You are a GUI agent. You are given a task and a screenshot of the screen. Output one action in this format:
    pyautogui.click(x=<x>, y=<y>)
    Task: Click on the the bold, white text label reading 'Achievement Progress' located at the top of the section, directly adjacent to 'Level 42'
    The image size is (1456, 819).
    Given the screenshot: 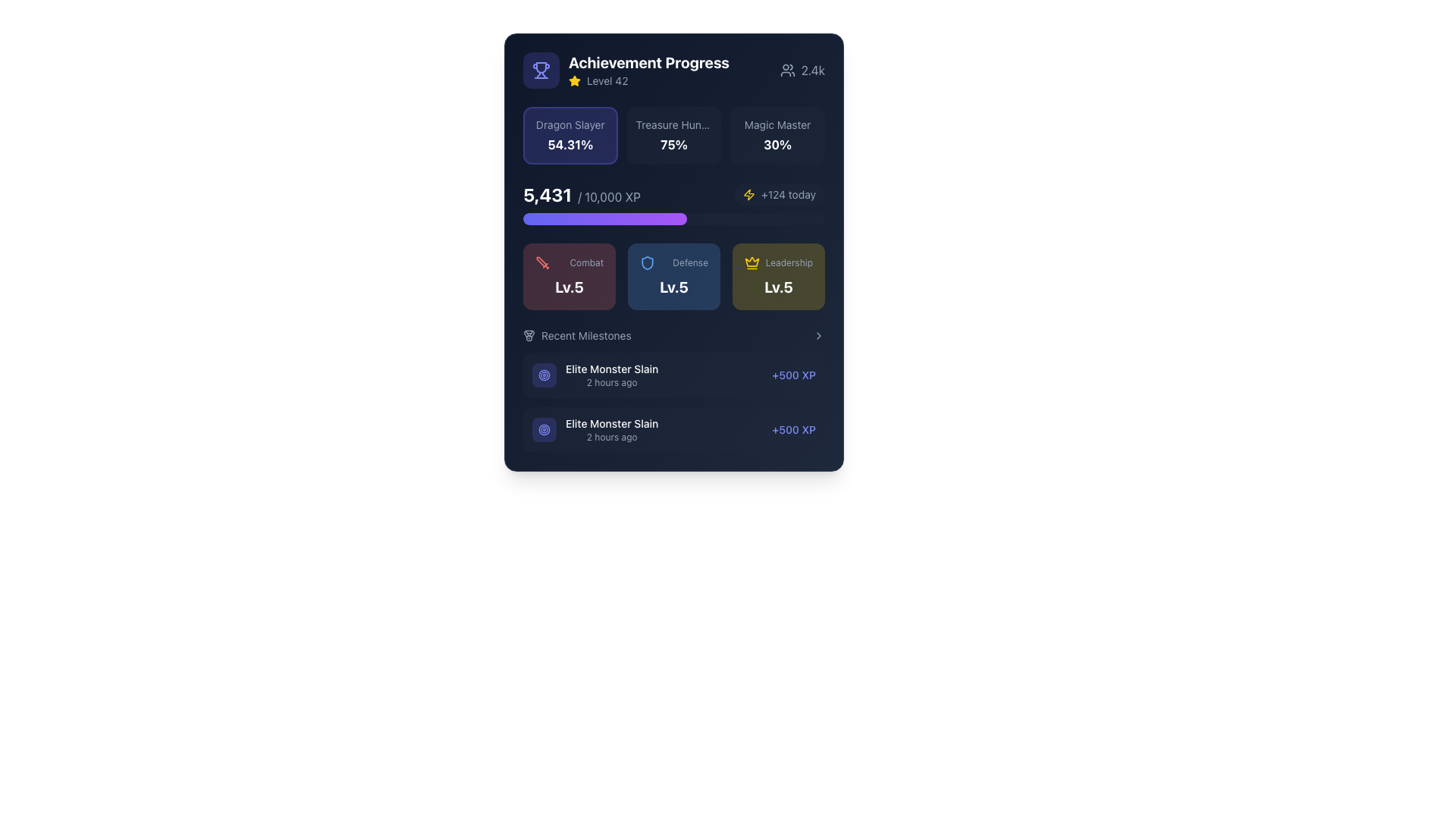 What is the action you would take?
    pyautogui.click(x=648, y=62)
    